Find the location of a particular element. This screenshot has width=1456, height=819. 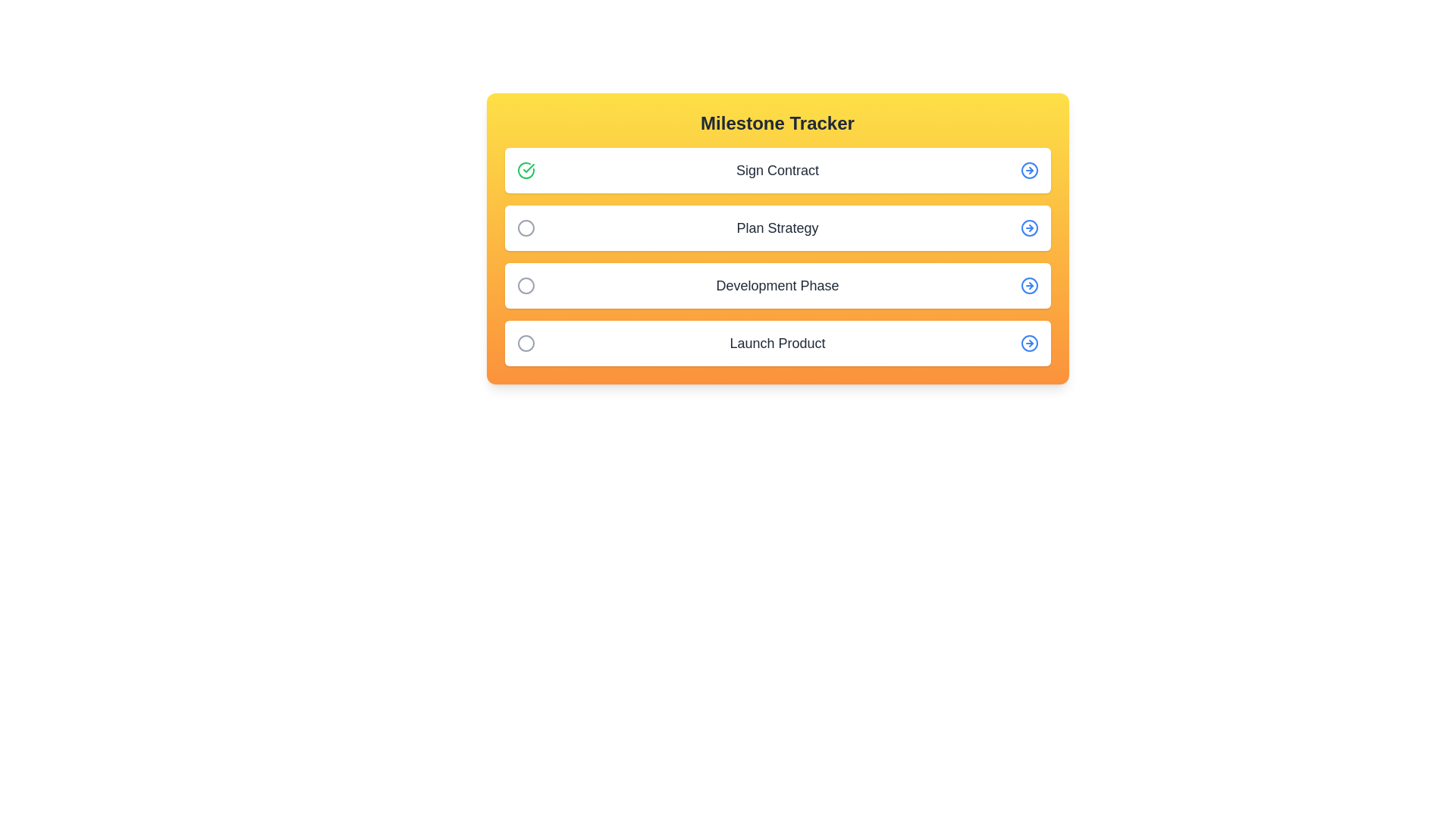

the circular SVG graphic element with a 10-unit radius, part of the third milestone indicator under the 'Development Phase' label in the milestone tracker is located at coordinates (526, 286).